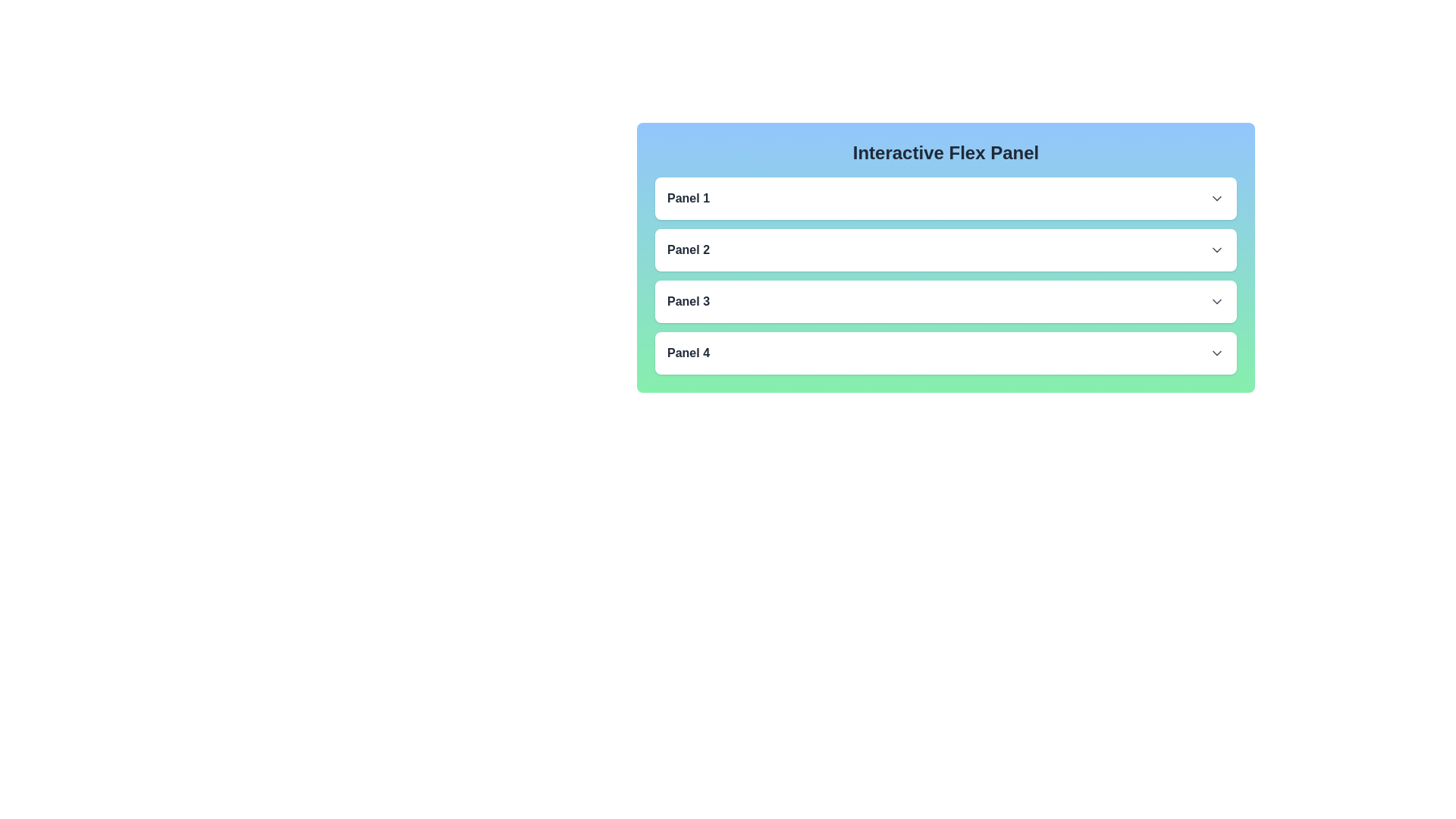  I want to click on text of the label displaying 'Panel 3', which is positioned in the third row of the list of panels, so click(687, 301).